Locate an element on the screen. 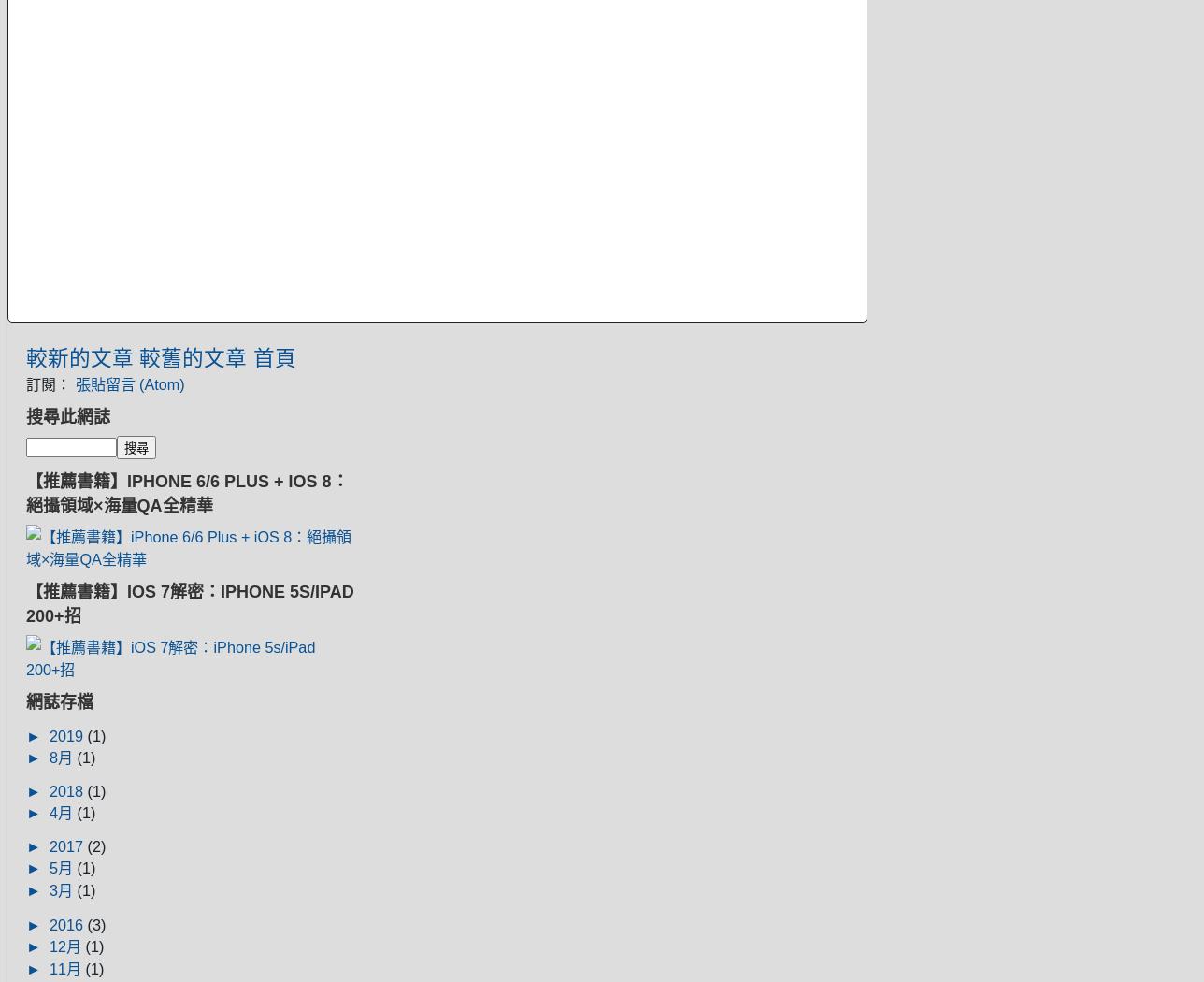 The image size is (1204, 982). '12月' is located at coordinates (66, 946).